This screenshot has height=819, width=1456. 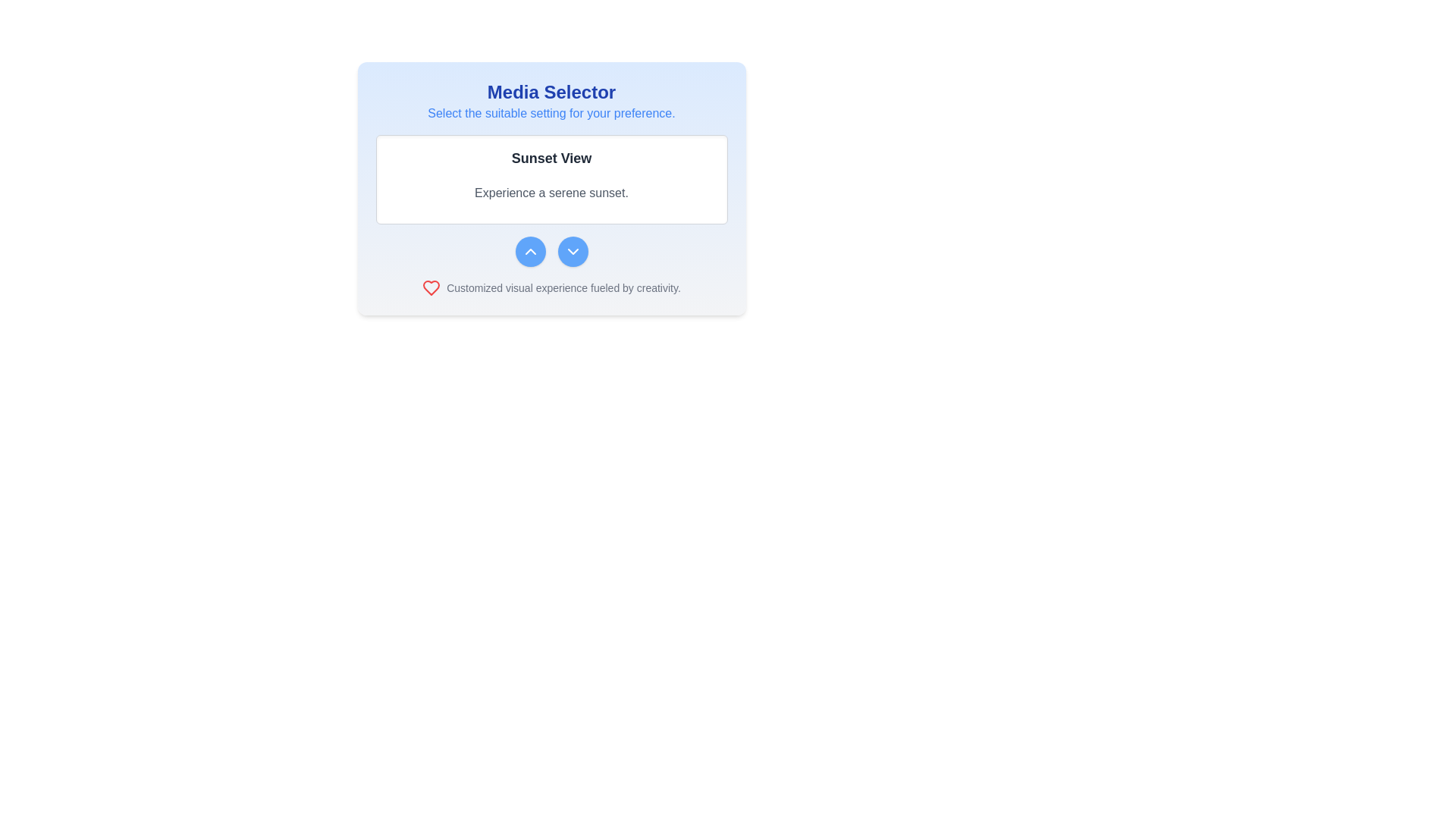 I want to click on text from the text box titled 'Sunset View' which contains the subtitle 'Experience a serene sunset.', so click(x=551, y=200).